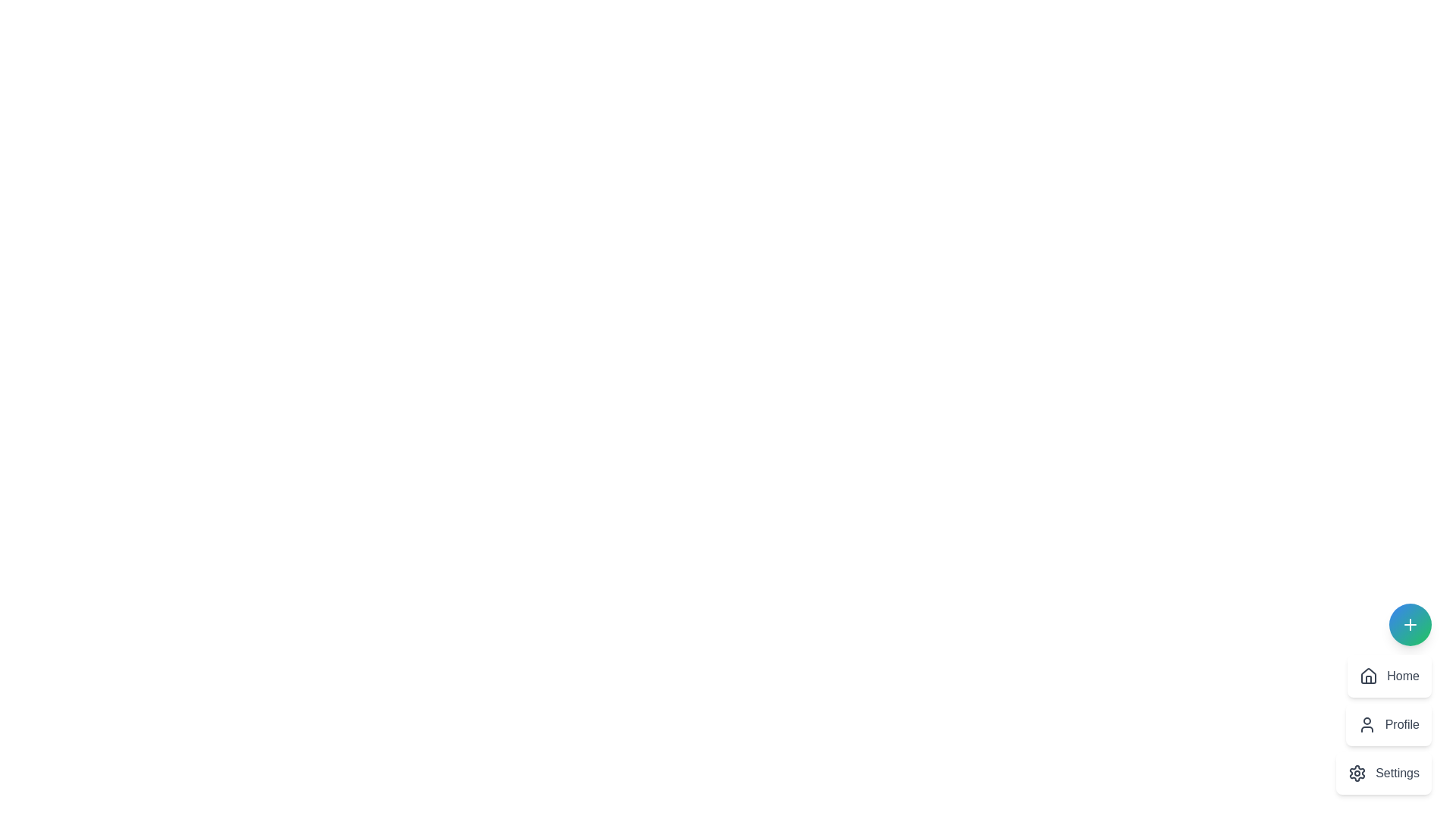 This screenshot has width=1456, height=819. What do you see at coordinates (1384, 773) in the screenshot?
I see `the action Settings from the speed dial menu` at bounding box center [1384, 773].